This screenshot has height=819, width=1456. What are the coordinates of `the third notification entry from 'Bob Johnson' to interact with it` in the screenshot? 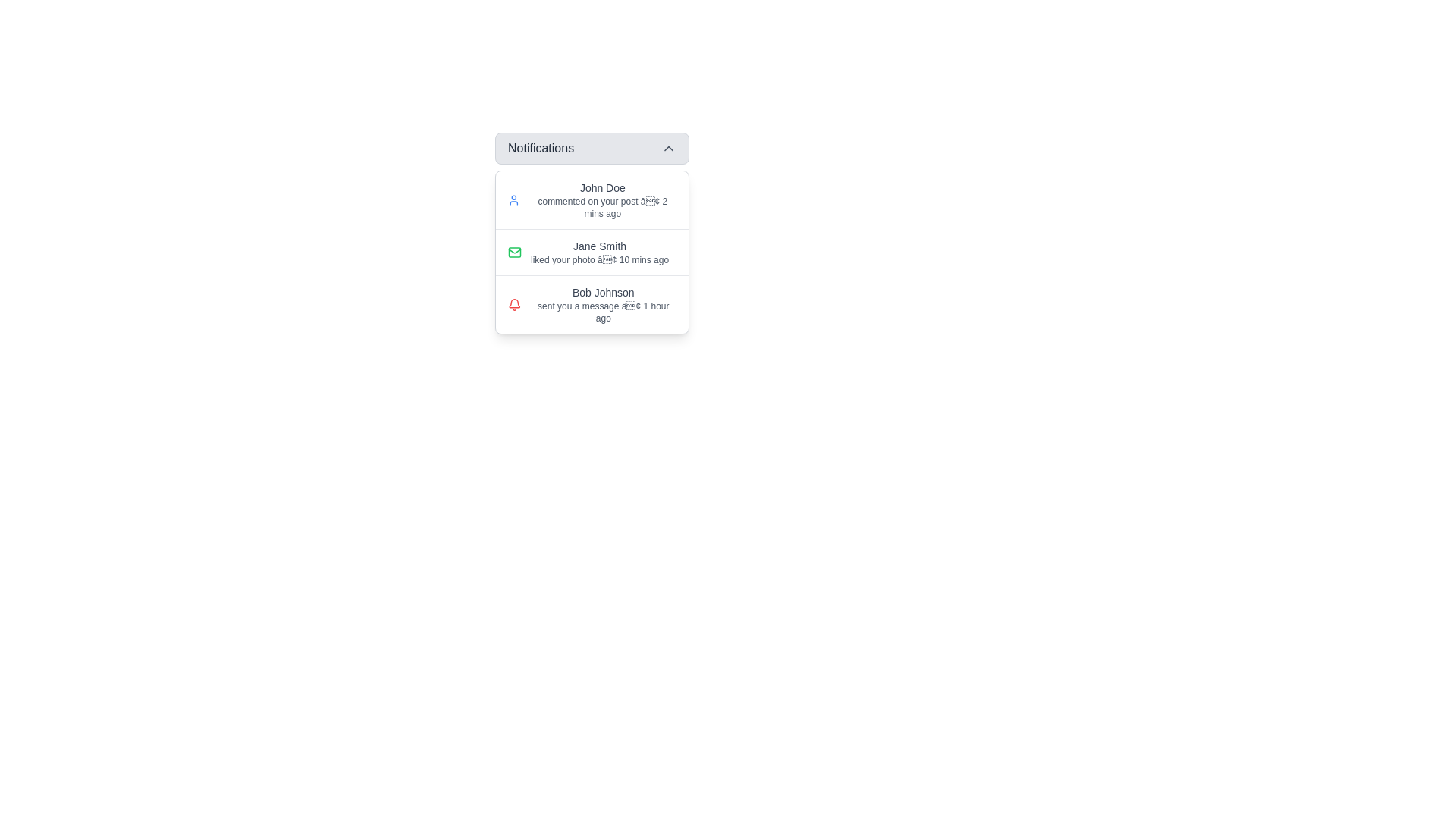 It's located at (602, 304).